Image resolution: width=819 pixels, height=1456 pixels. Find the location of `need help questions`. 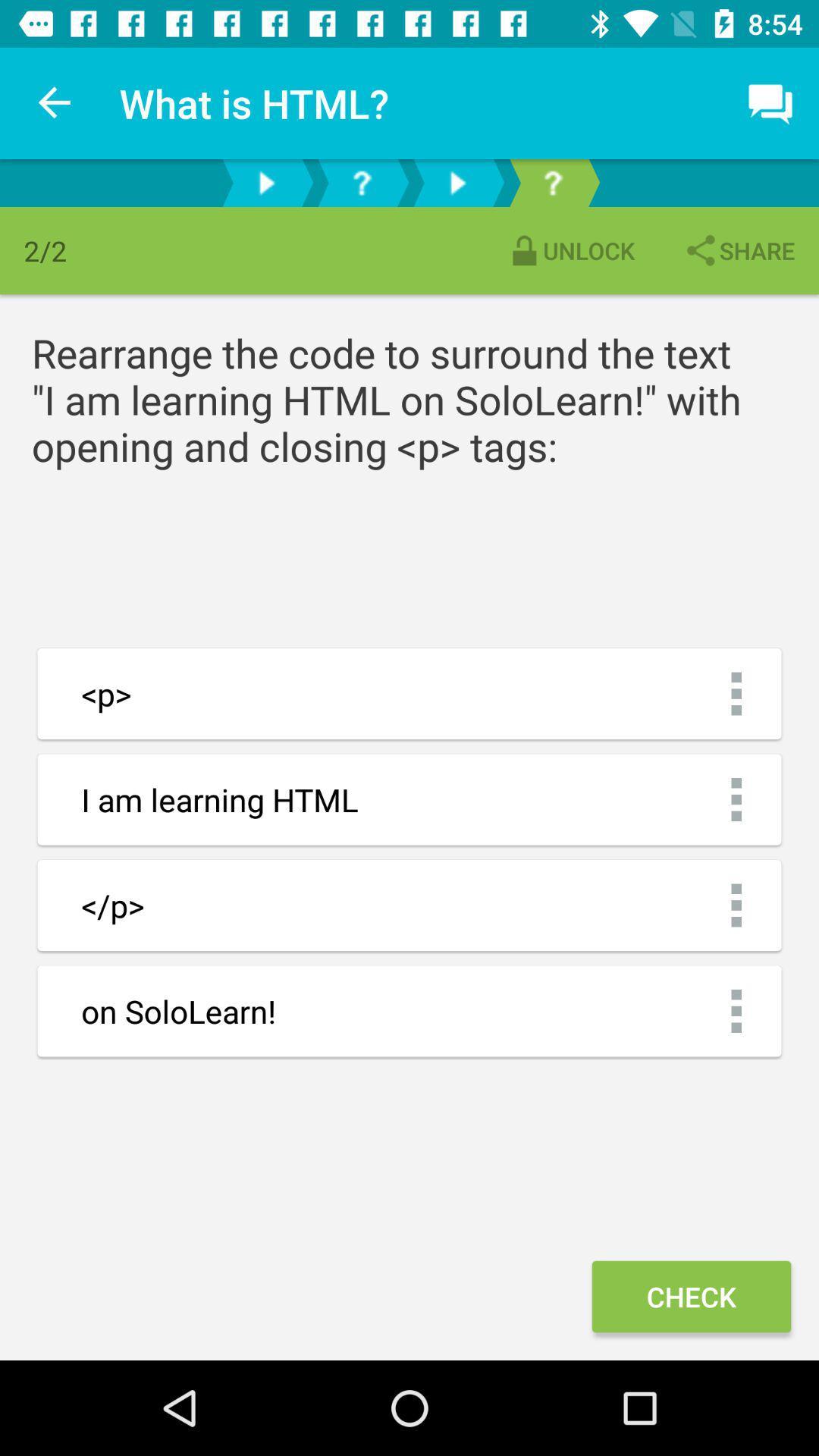

need help questions is located at coordinates (553, 182).